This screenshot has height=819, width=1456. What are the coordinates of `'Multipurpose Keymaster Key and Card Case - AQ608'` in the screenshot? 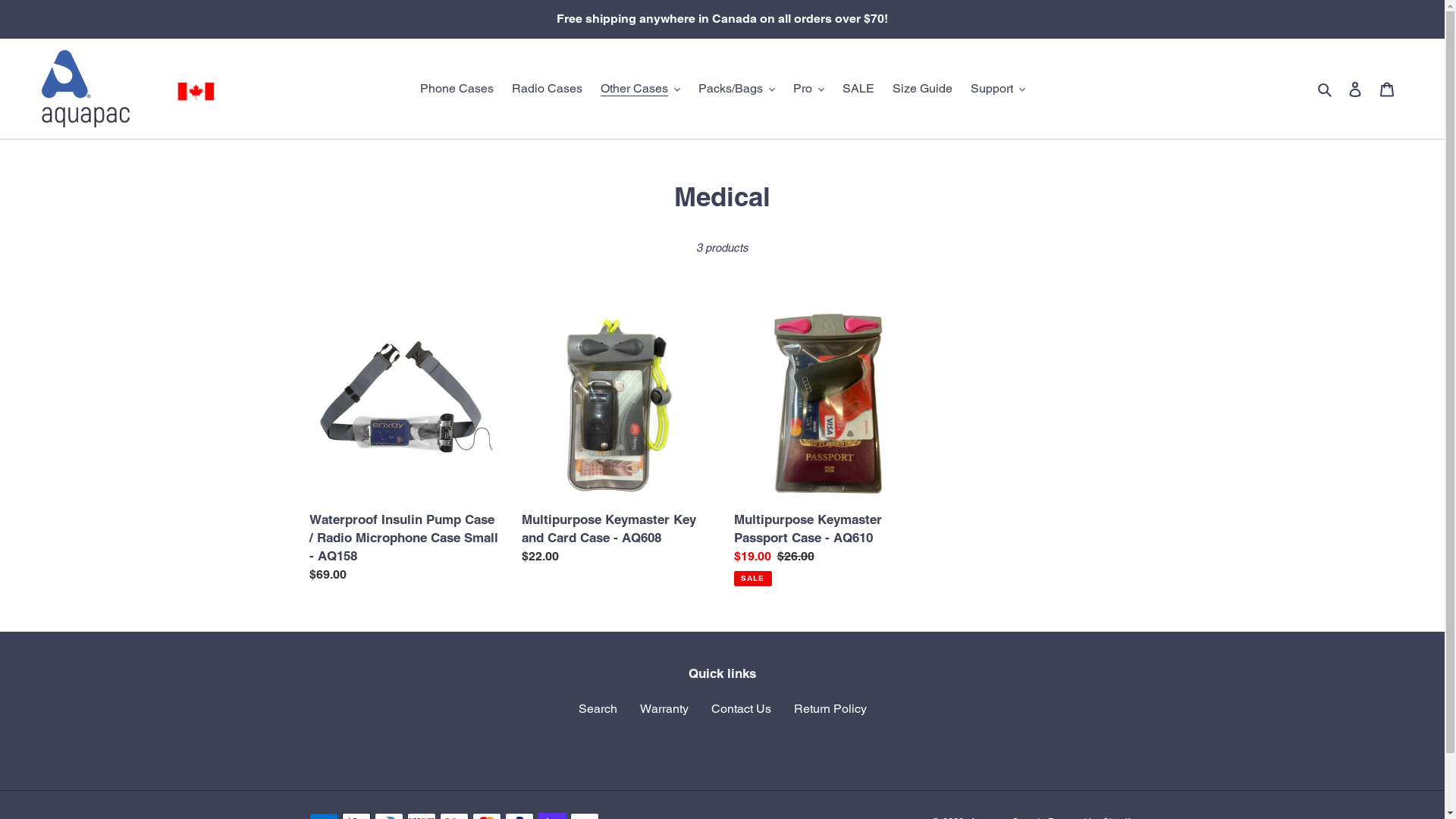 It's located at (616, 441).